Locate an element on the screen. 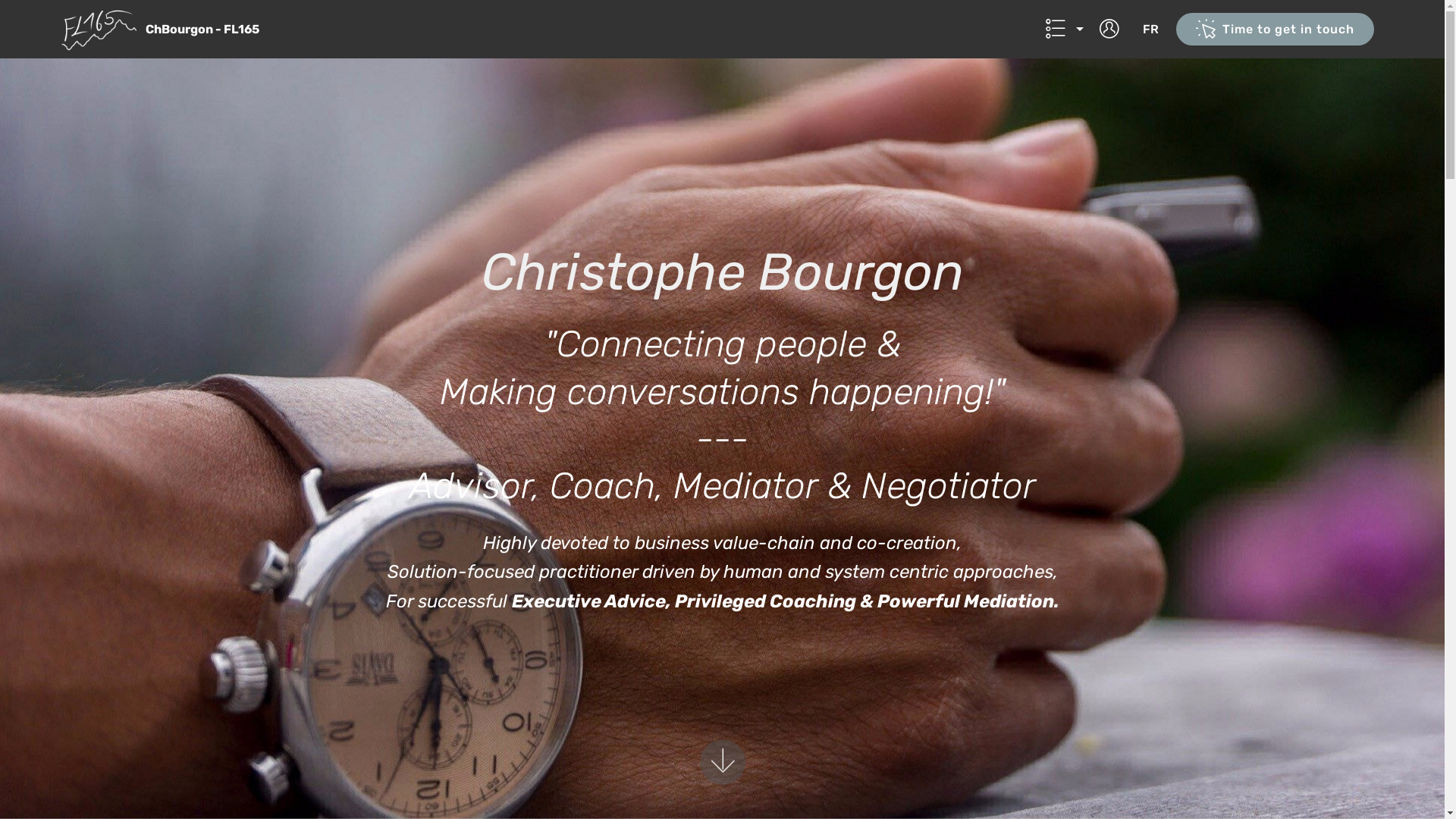  'ChBourgon - FL165' is located at coordinates (214, 29).